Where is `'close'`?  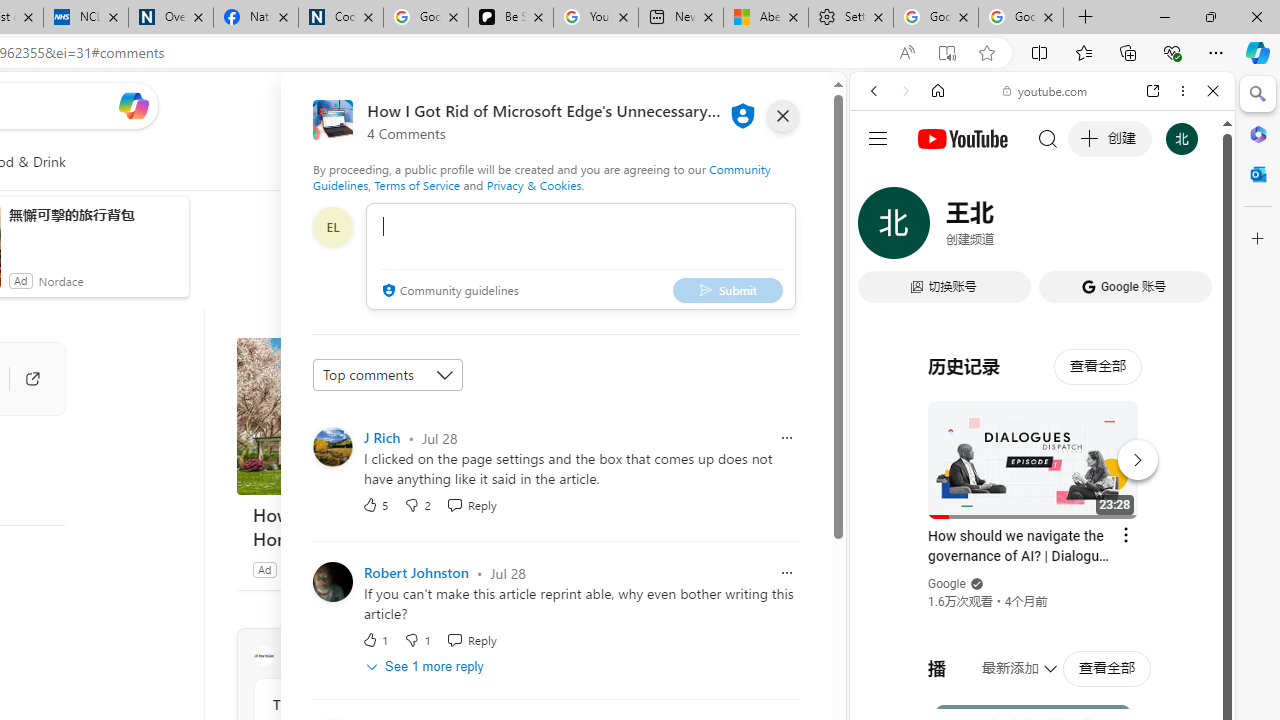 'close' is located at coordinates (781, 115).